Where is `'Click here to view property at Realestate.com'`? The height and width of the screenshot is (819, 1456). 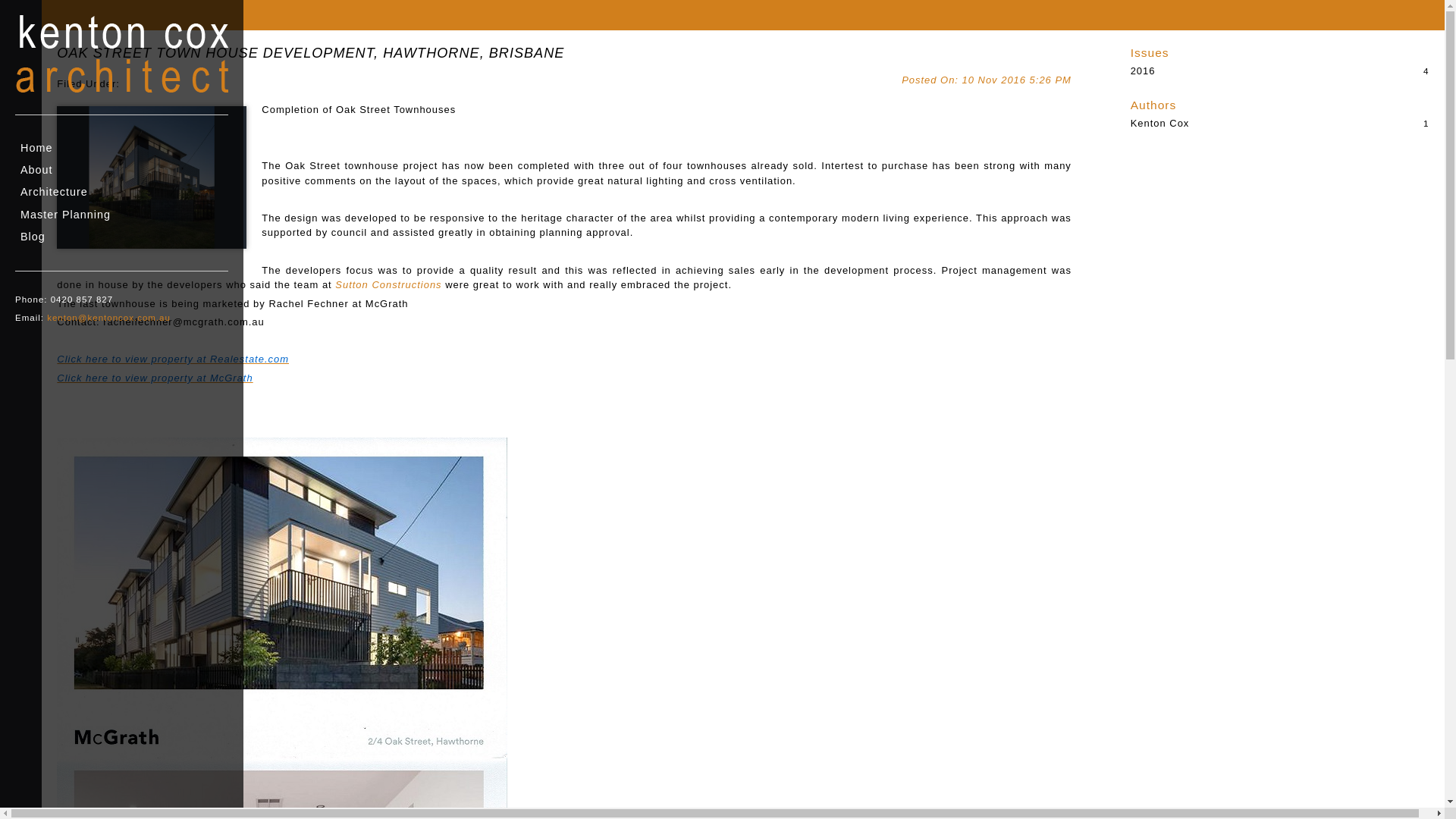 'Click here to view property at Realestate.com' is located at coordinates (172, 359).